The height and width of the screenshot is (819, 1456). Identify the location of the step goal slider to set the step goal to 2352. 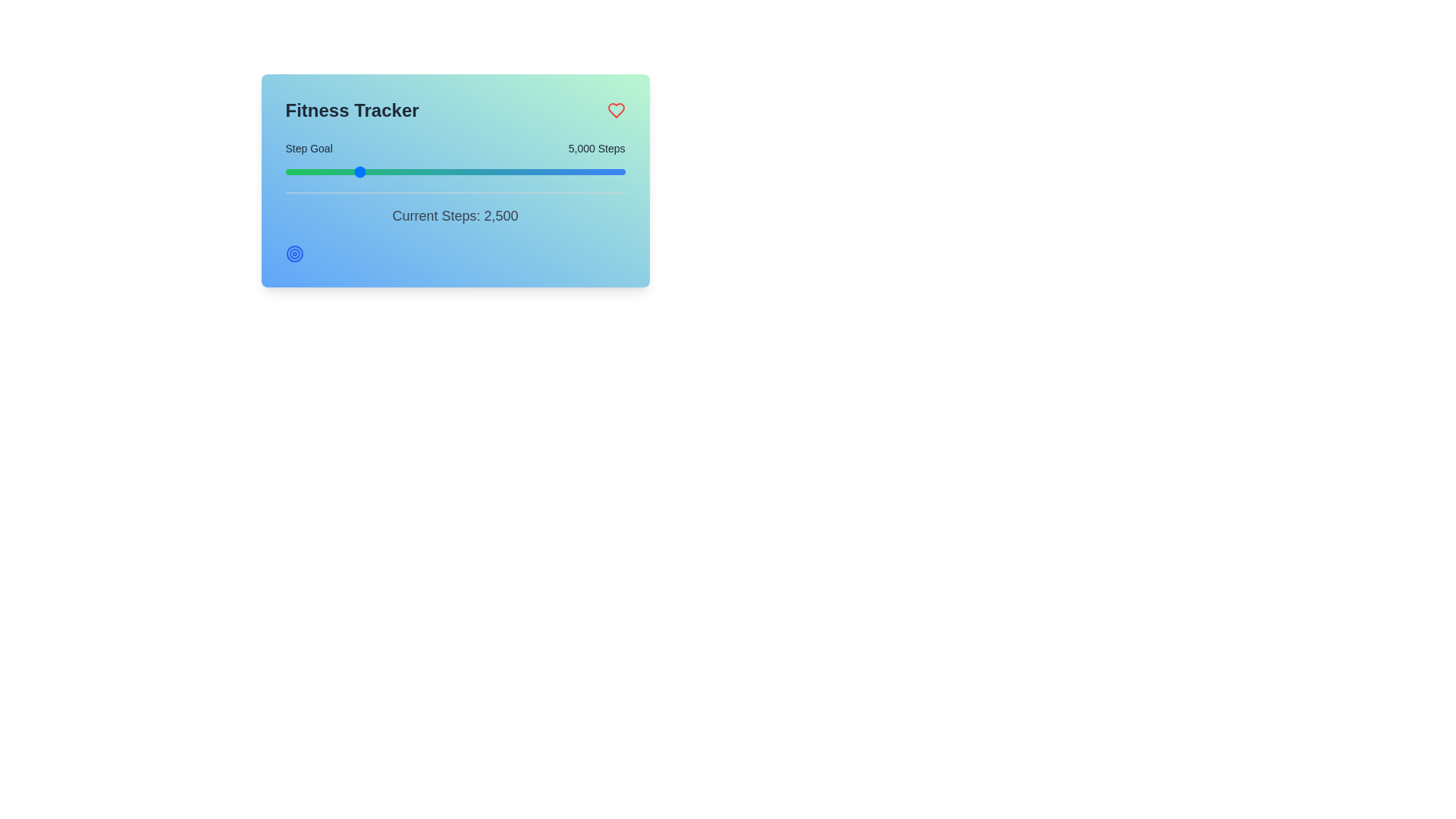
(309, 171).